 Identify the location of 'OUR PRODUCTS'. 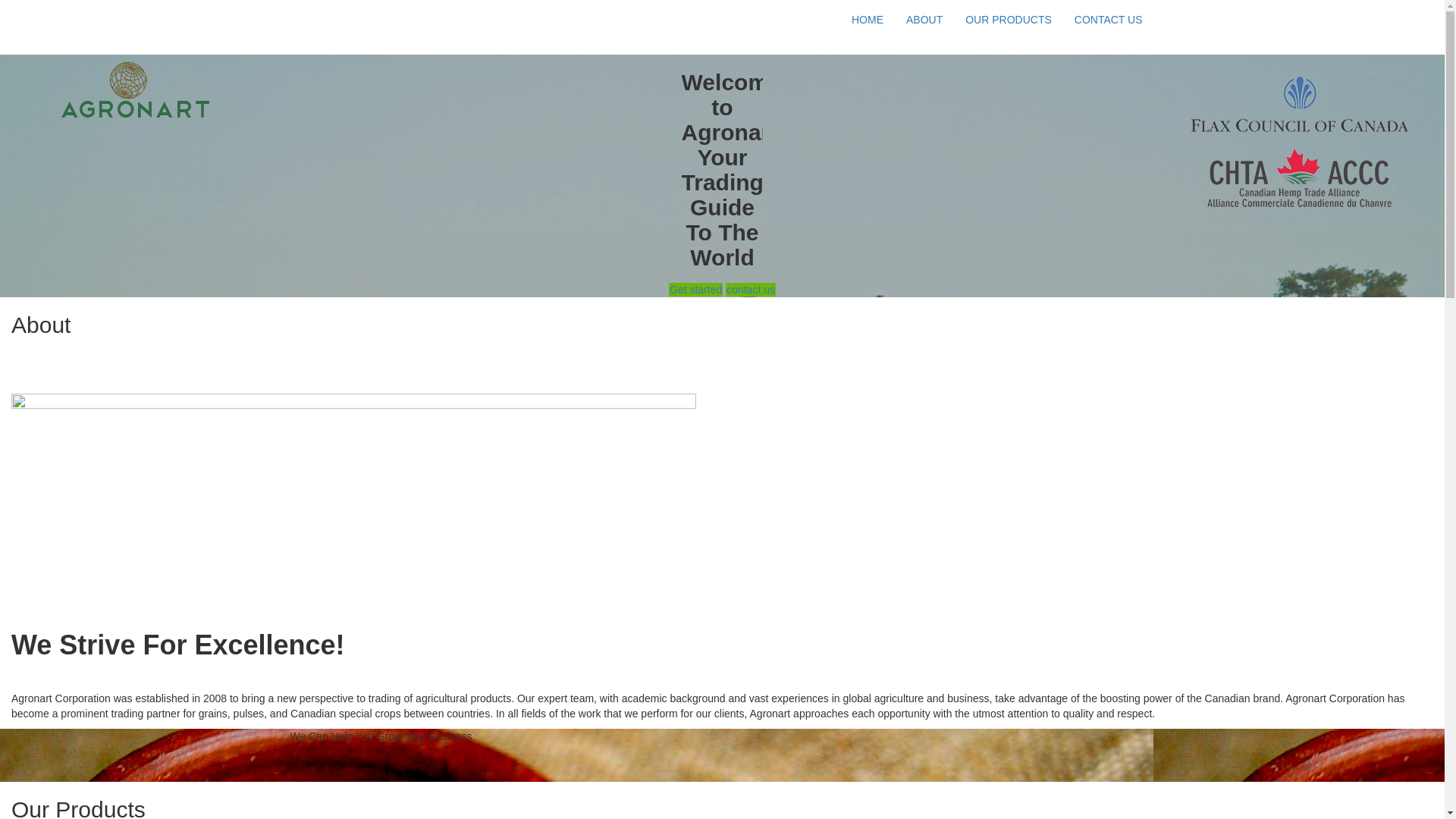
(1008, 20).